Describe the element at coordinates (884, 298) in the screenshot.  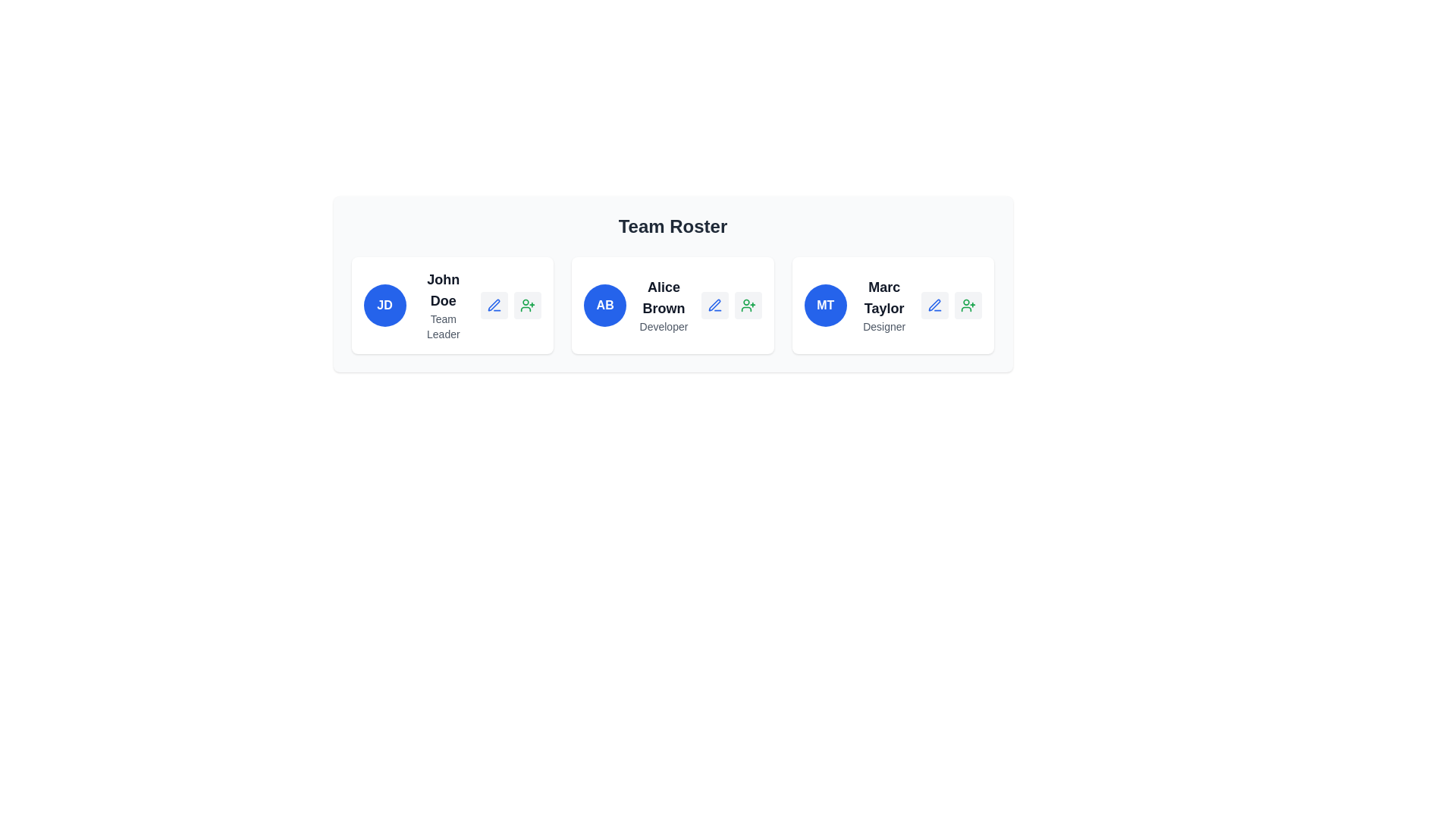
I see `the text label displaying 'Marc Taylor' which identifies the individual in the rightmost card of the 'Team Roster' section` at that location.